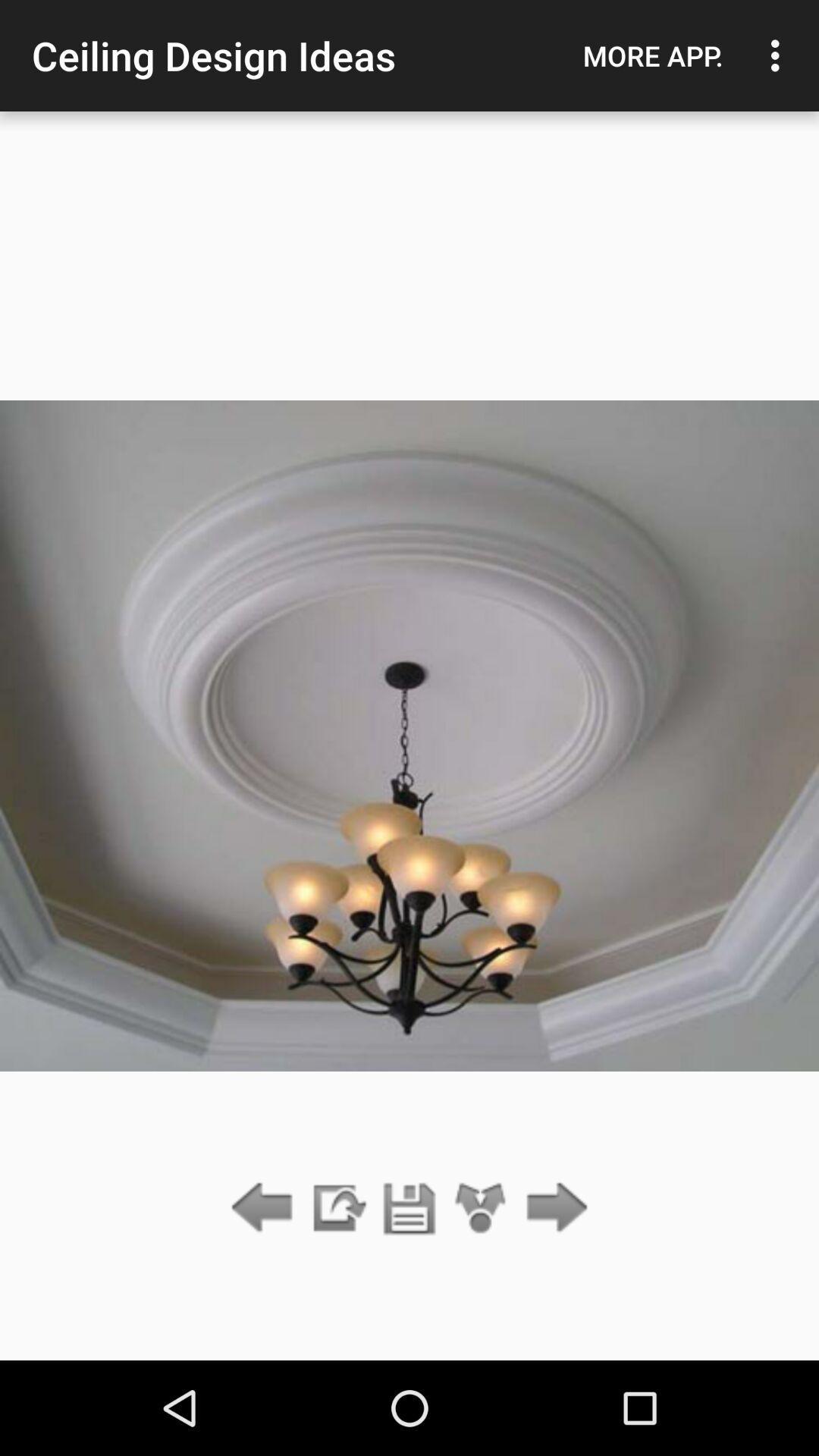 Image resolution: width=819 pixels, height=1456 pixels. Describe the element at coordinates (337, 1208) in the screenshot. I see `the app below the ceiling design ideas icon` at that location.